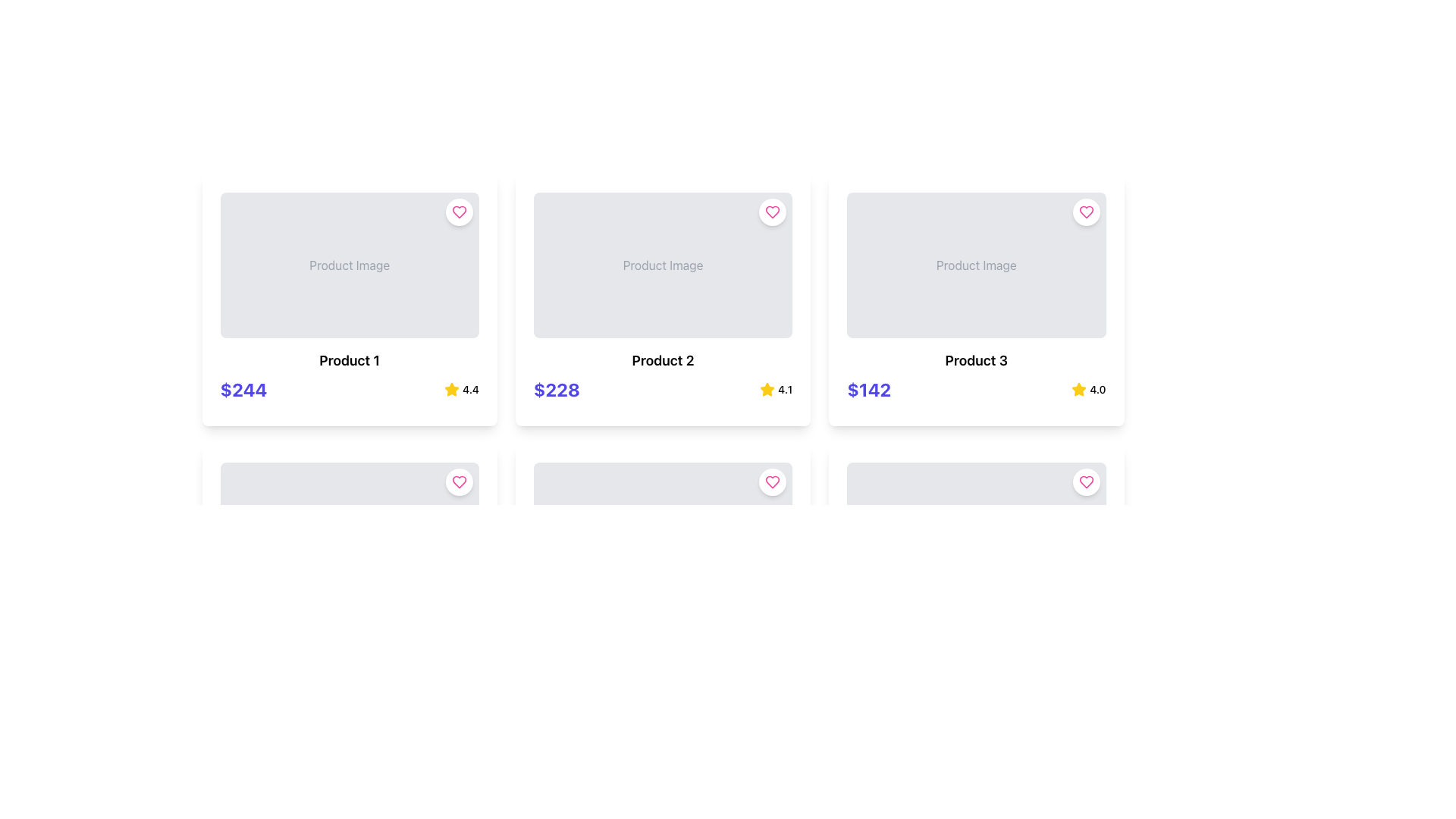  What do you see at coordinates (773, 482) in the screenshot?
I see `the heart icon located at the top-right corner of the second product card in the grid layout` at bounding box center [773, 482].